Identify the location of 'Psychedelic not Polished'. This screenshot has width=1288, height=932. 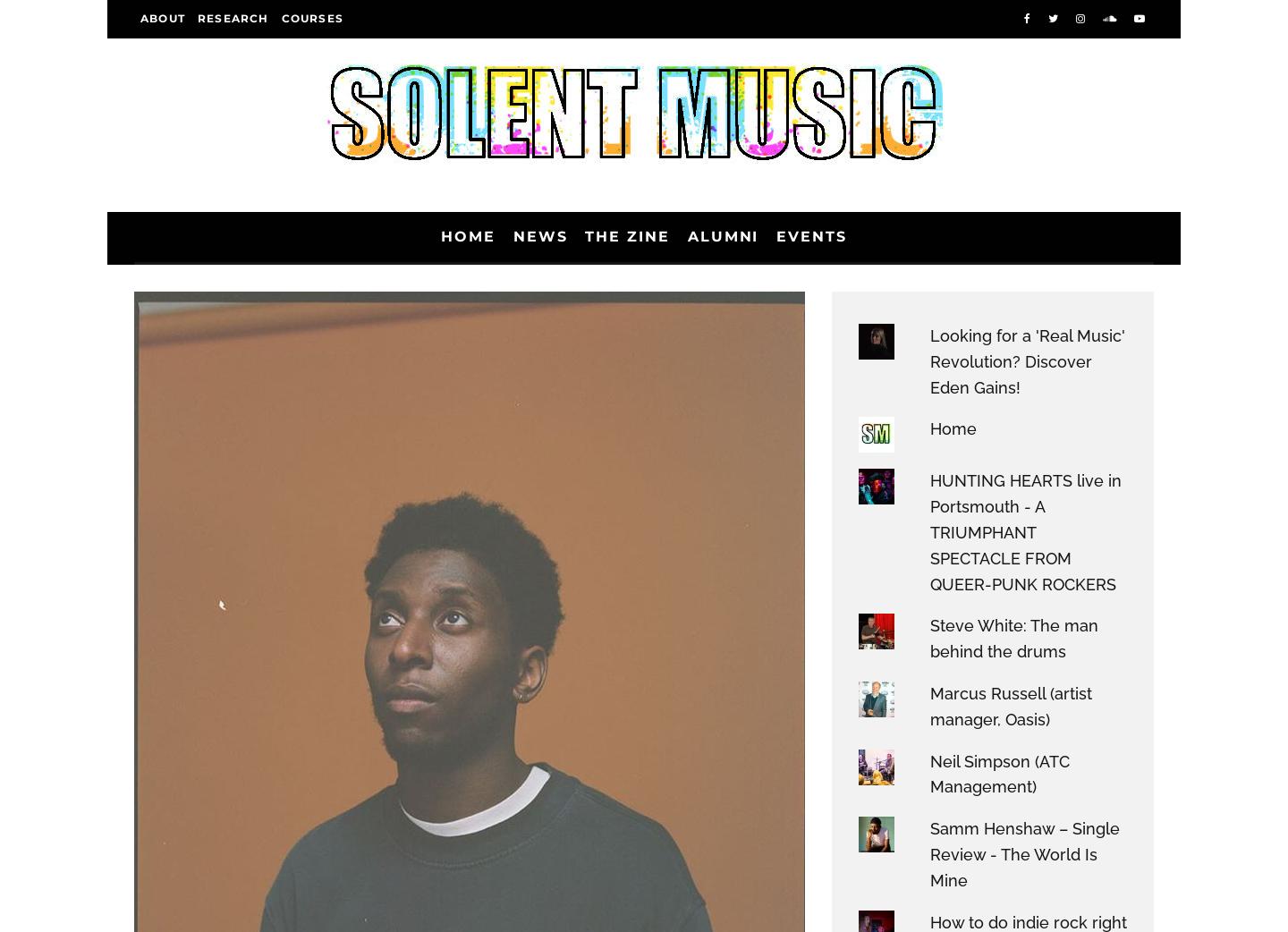
(318, 573).